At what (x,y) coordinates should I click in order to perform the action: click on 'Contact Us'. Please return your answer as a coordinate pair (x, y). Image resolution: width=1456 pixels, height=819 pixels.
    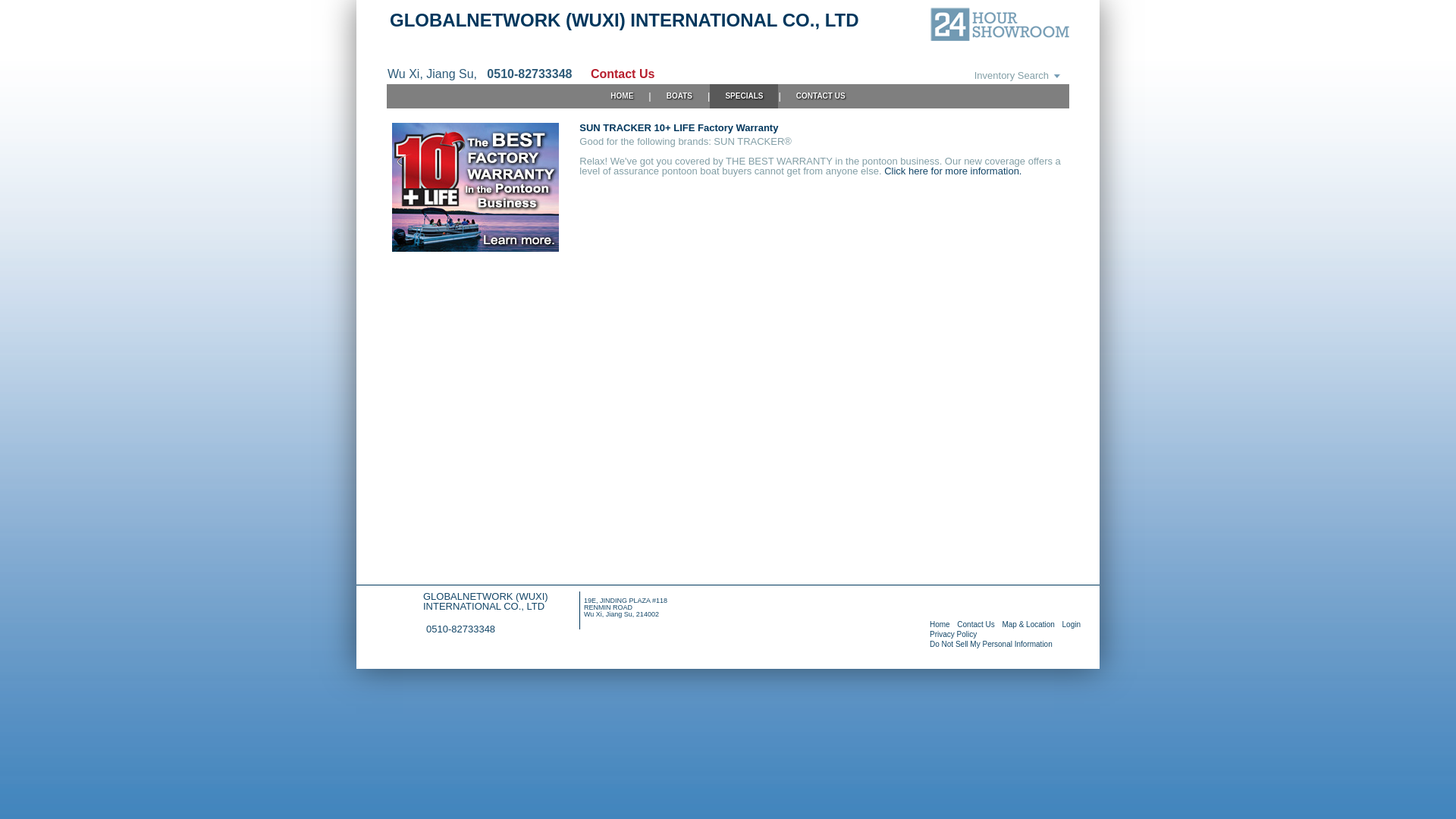
    Looking at the image, I should click on (615, 74).